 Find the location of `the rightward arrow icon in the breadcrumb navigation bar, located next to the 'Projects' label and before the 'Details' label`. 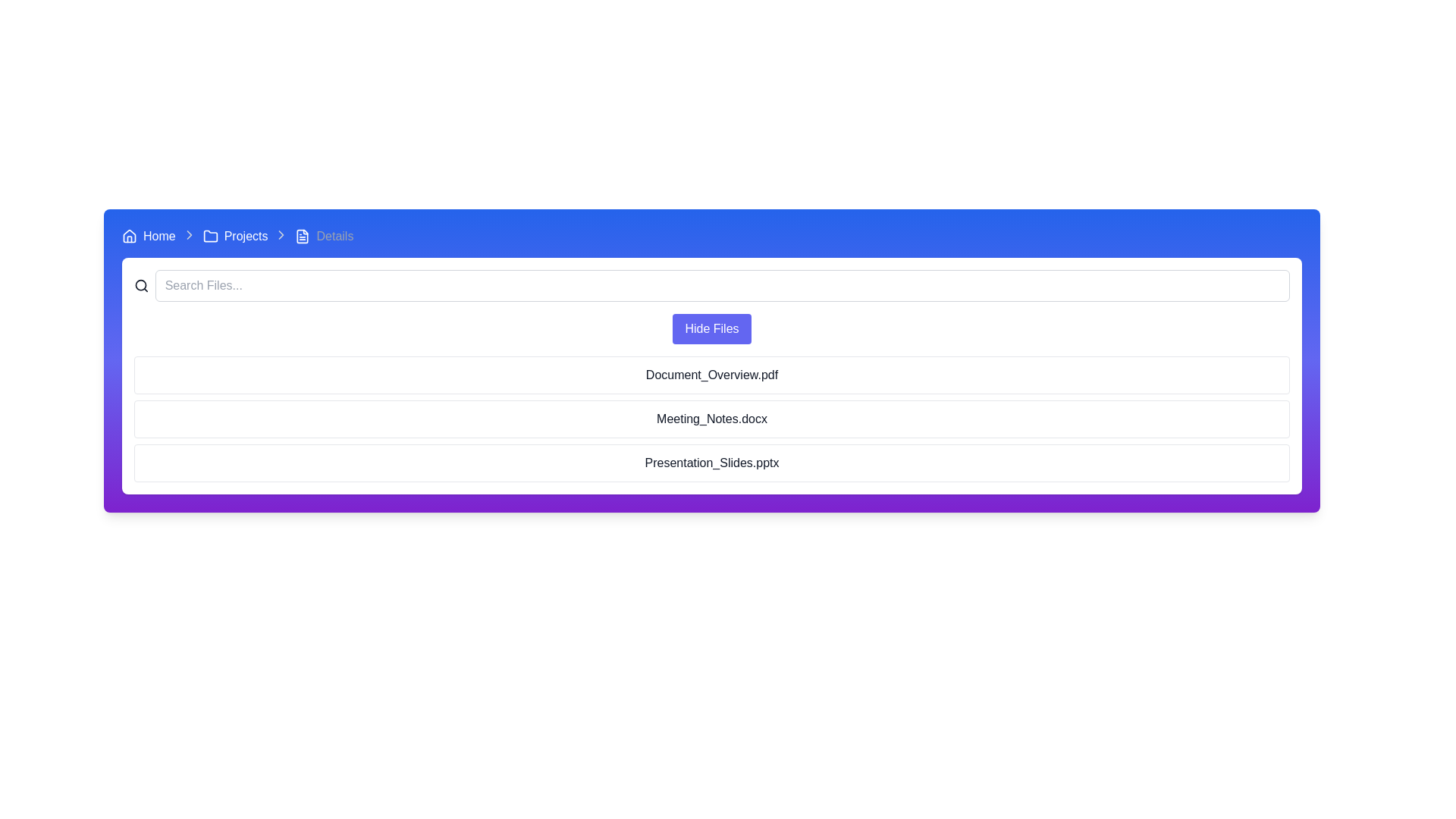

the rightward arrow icon in the breadcrumb navigation bar, located next to the 'Projects' label and before the 'Details' label is located at coordinates (281, 234).